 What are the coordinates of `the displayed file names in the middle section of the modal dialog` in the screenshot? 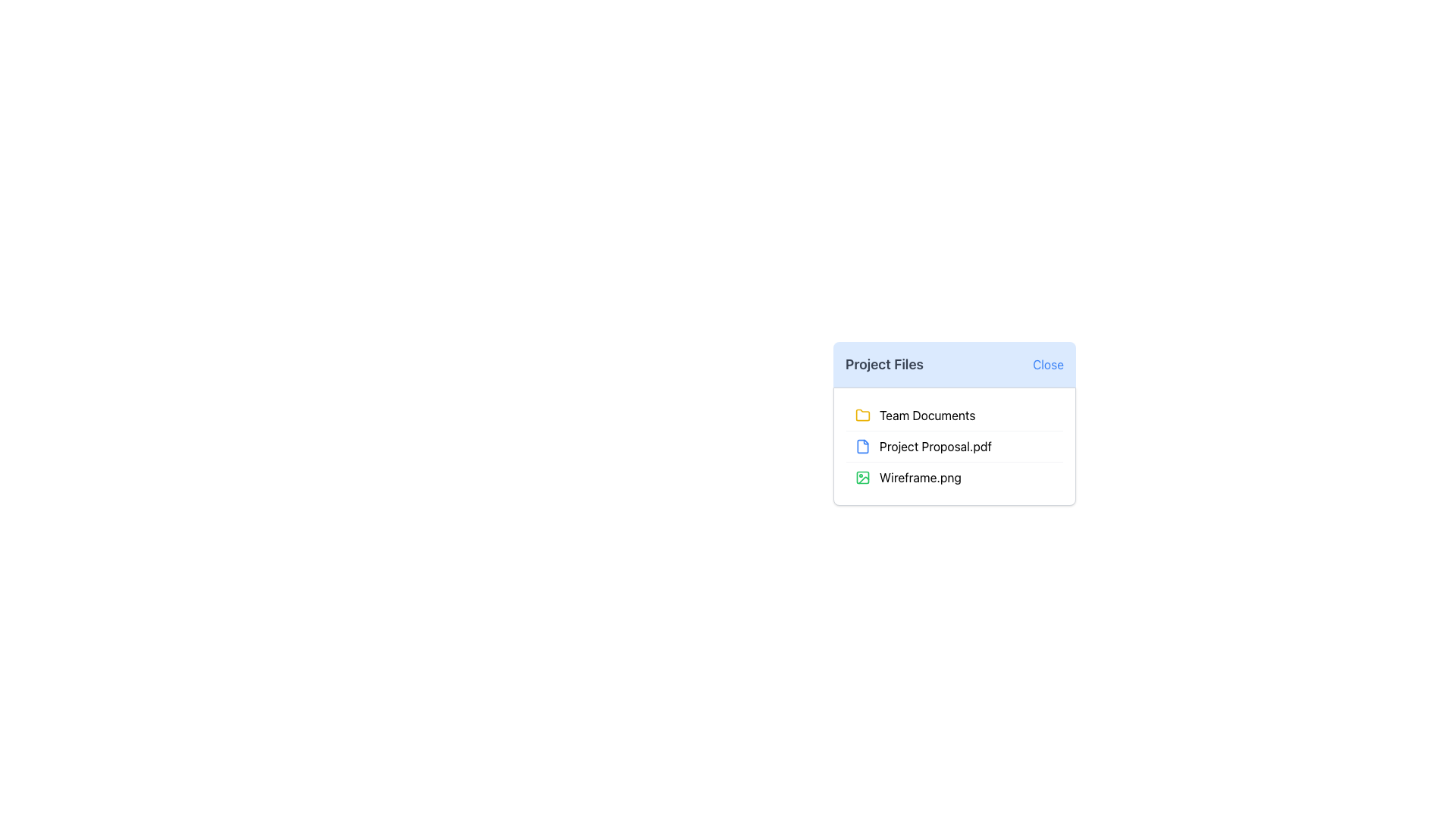 It's located at (953, 458).